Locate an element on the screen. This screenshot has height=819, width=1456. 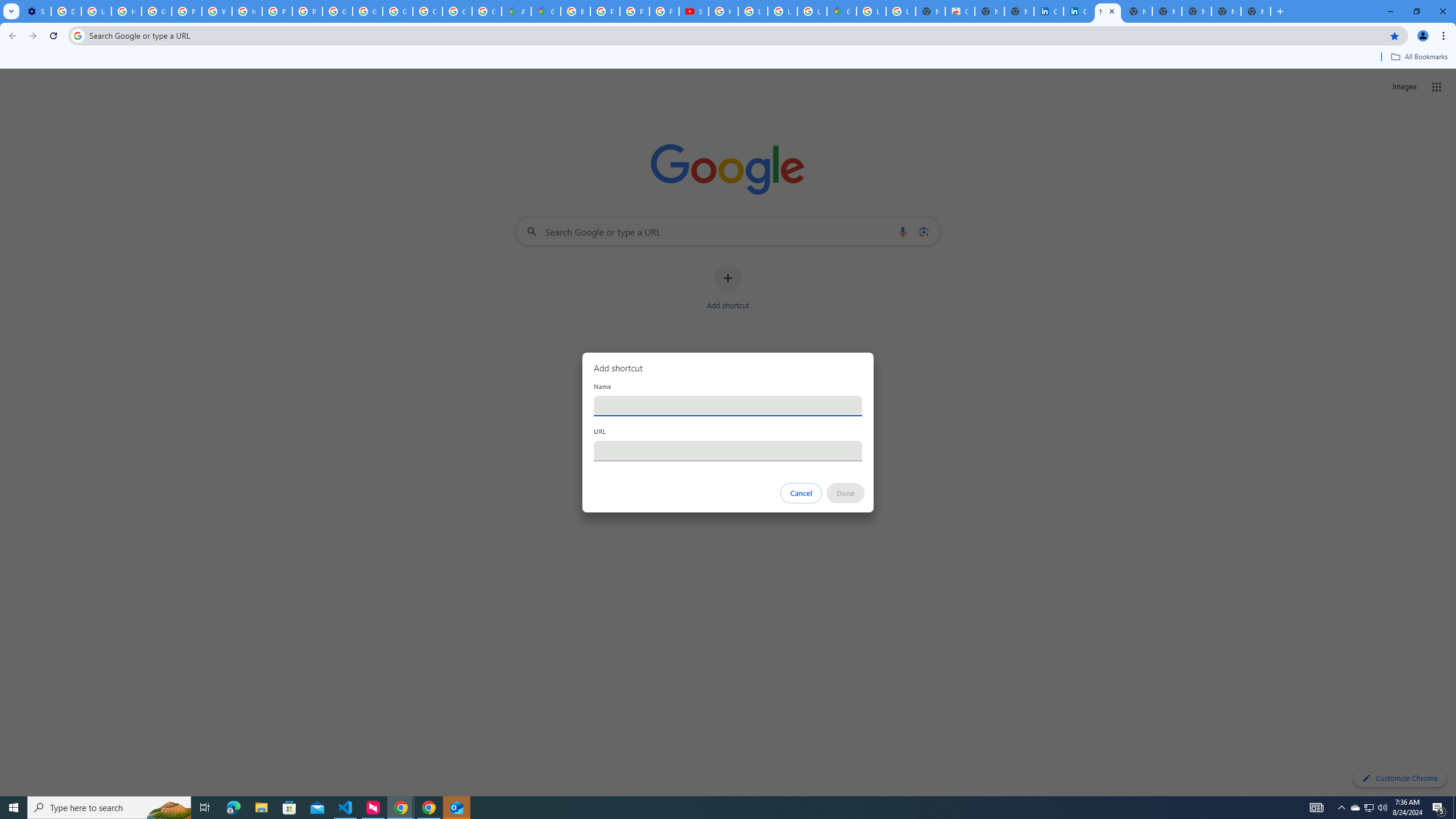
'YouTube' is located at coordinates (216, 11).